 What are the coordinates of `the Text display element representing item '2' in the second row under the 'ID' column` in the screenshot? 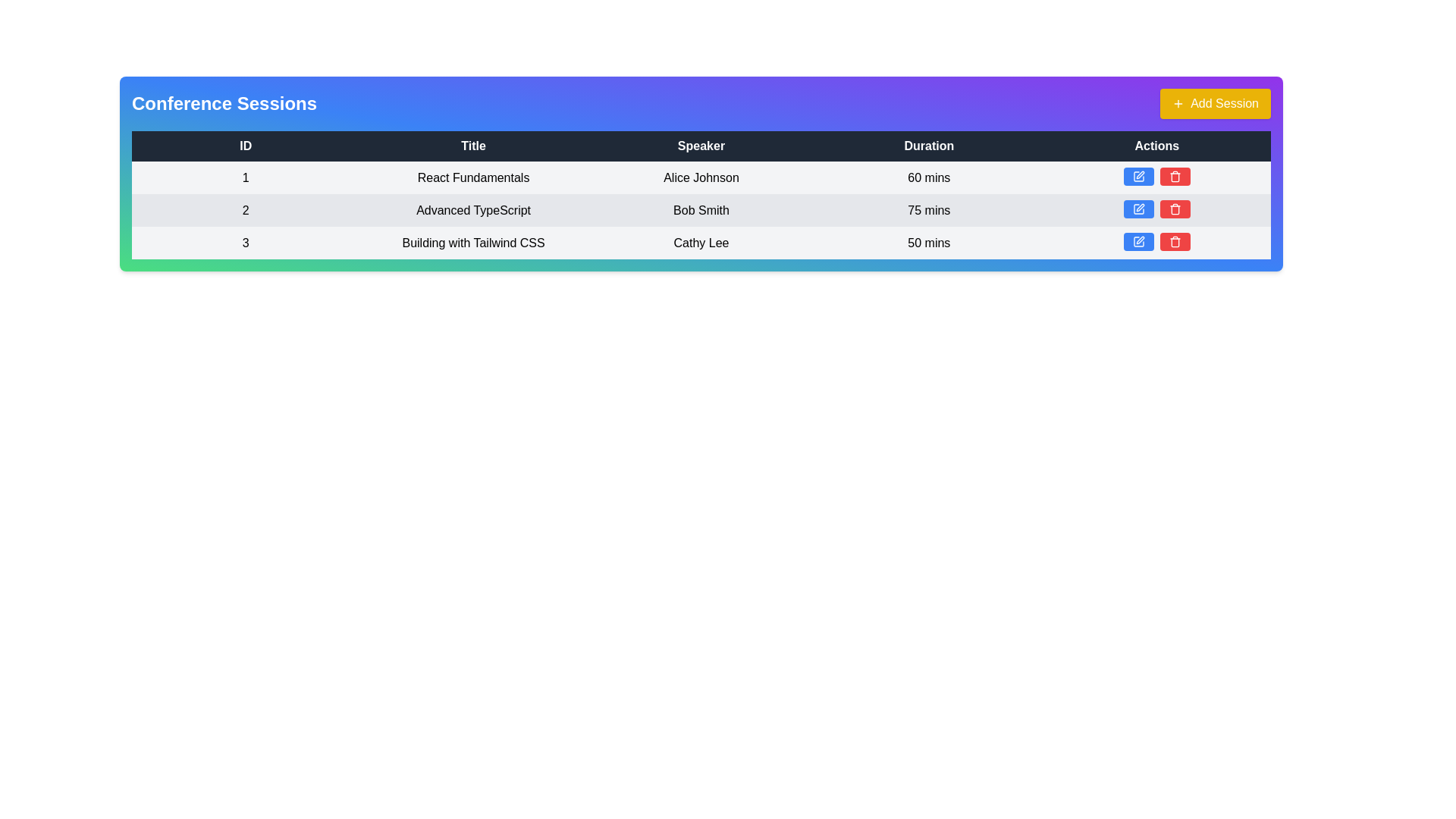 It's located at (246, 210).